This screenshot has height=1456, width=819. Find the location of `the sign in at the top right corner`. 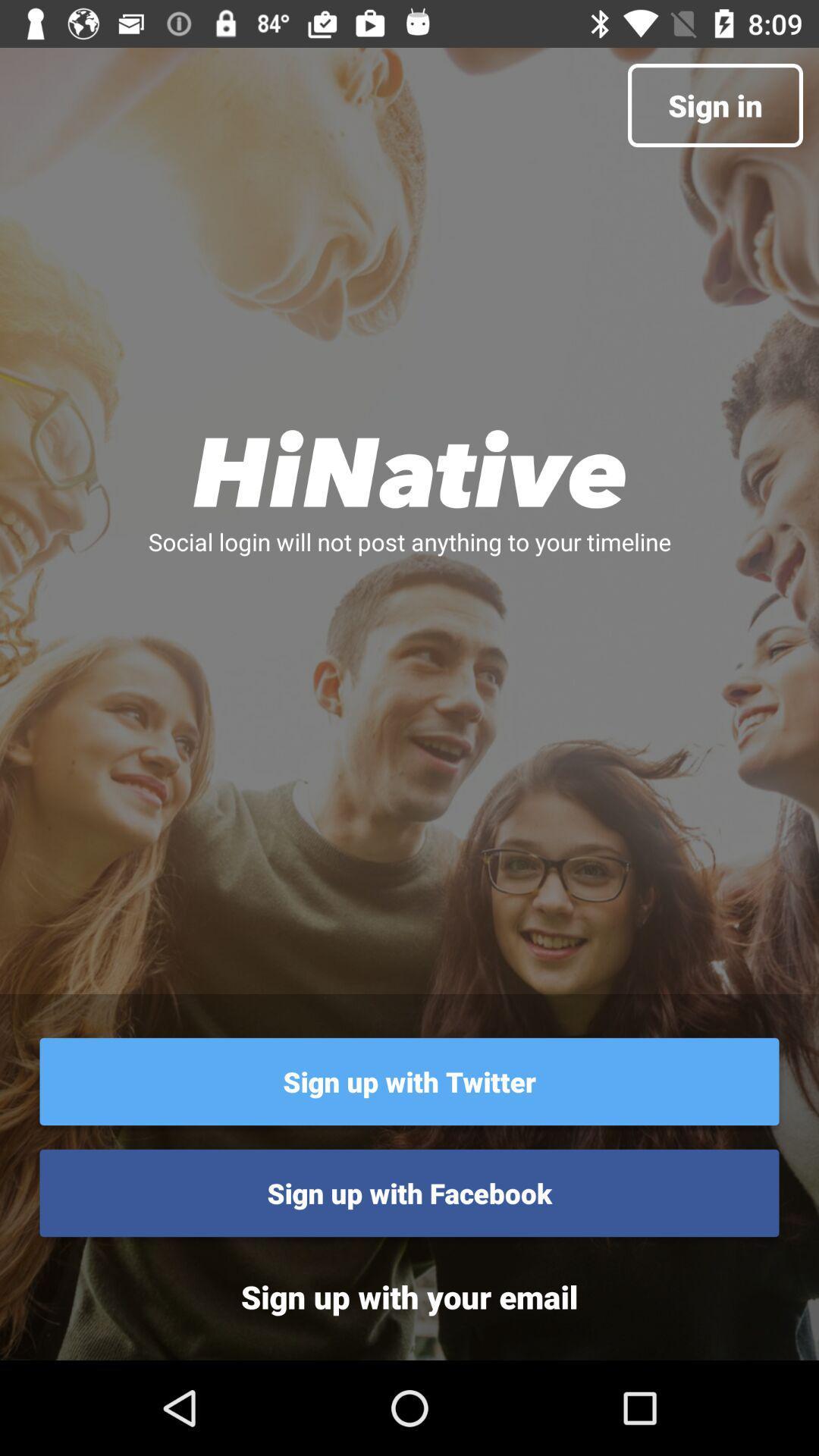

the sign in at the top right corner is located at coordinates (715, 105).